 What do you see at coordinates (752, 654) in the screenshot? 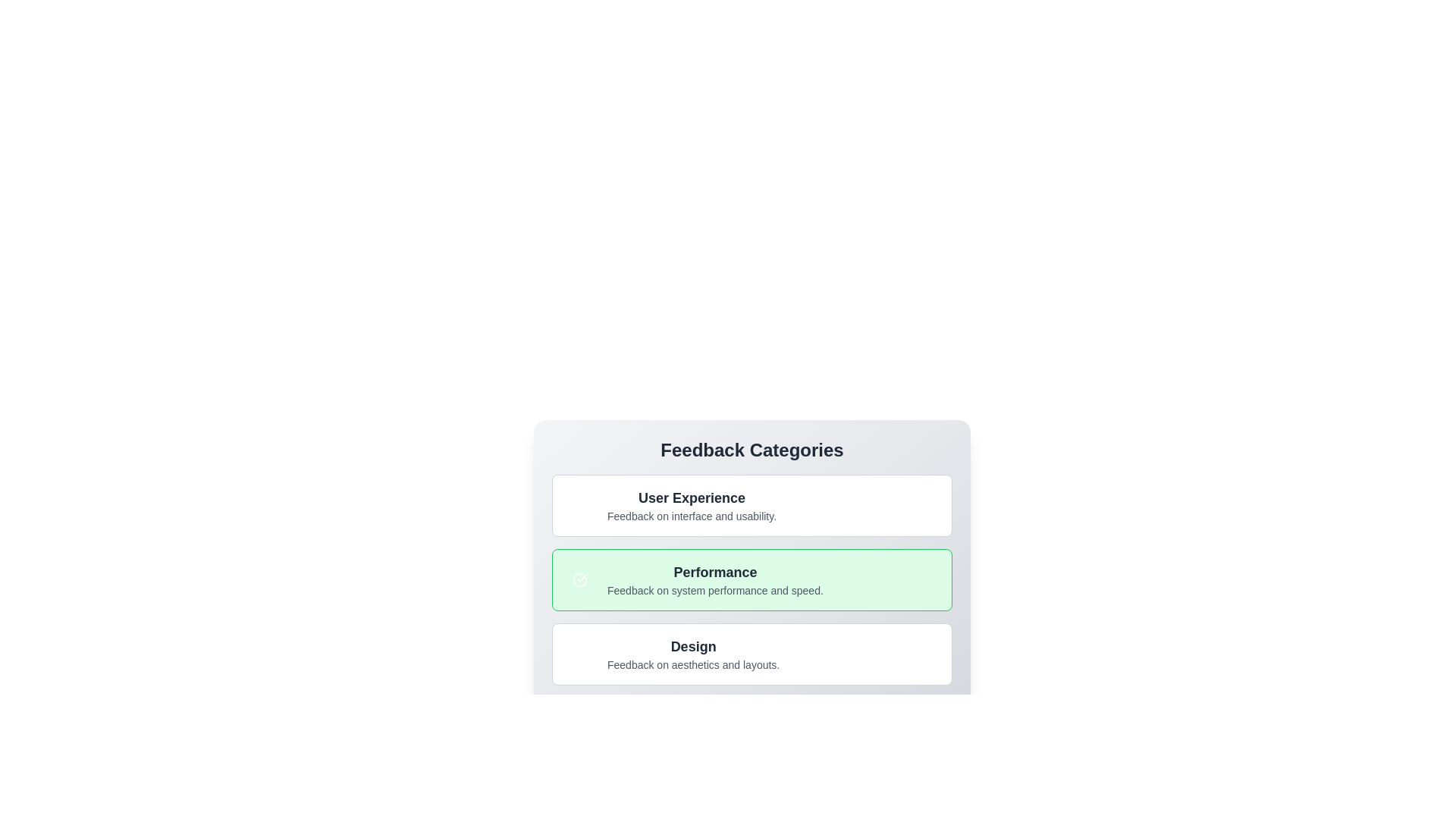
I see `the category Design to view its title and description` at bounding box center [752, 654].